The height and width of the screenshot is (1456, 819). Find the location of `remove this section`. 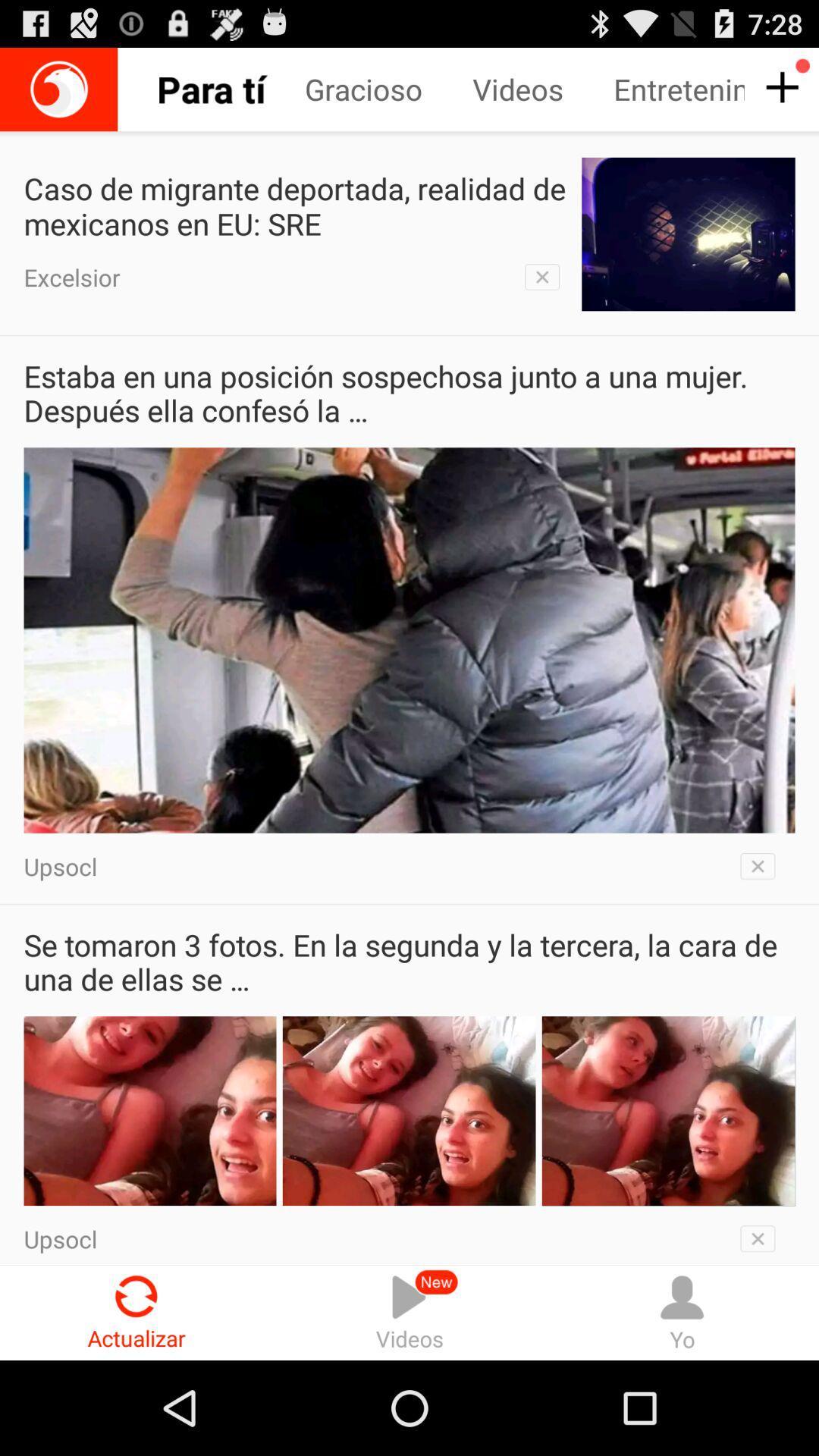

remove this section is located at coordinates (762, 1235).